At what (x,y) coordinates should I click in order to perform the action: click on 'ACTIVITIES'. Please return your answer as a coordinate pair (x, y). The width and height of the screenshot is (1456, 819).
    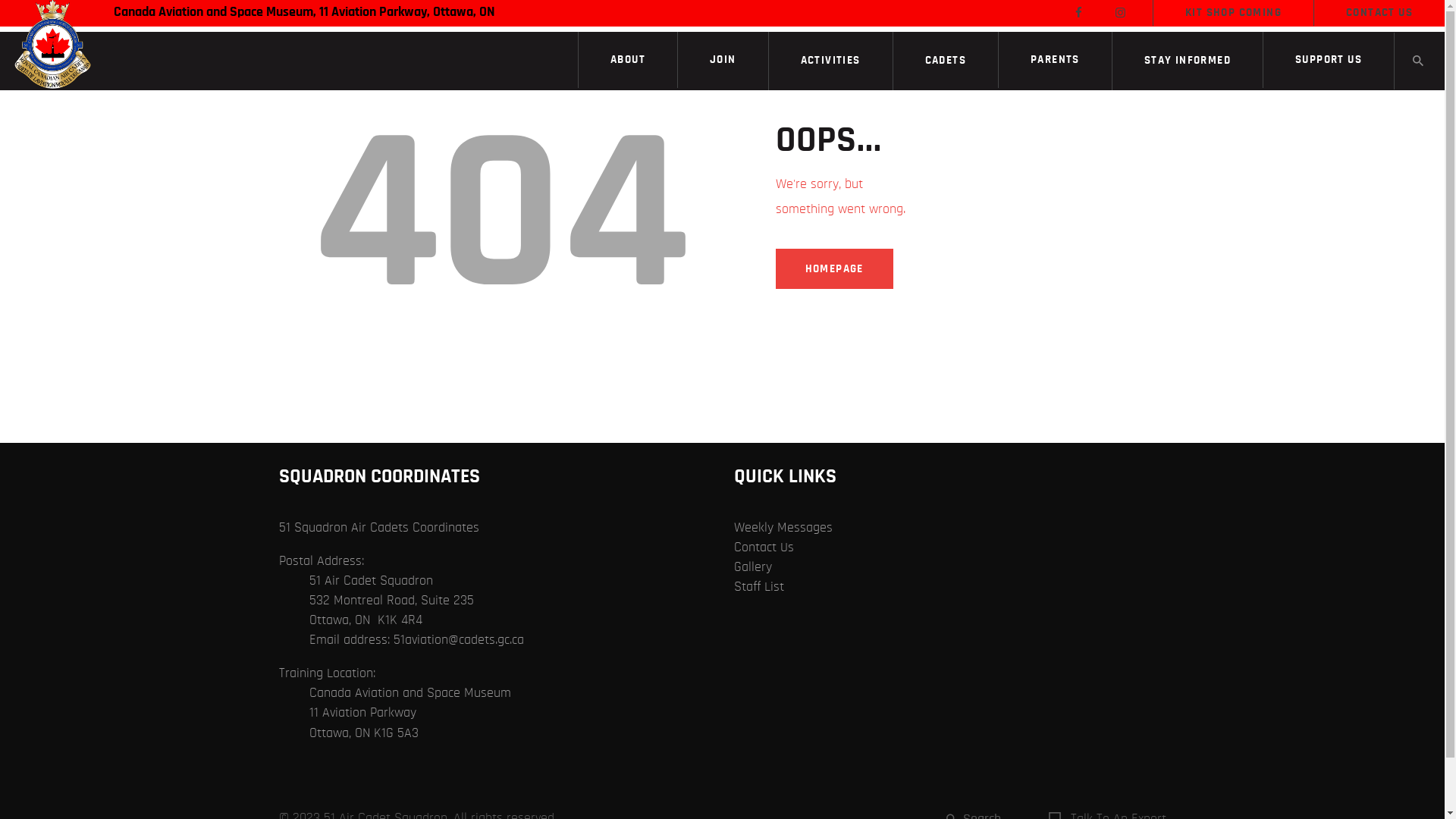
    Looking at the image, I should click on (830, 61).